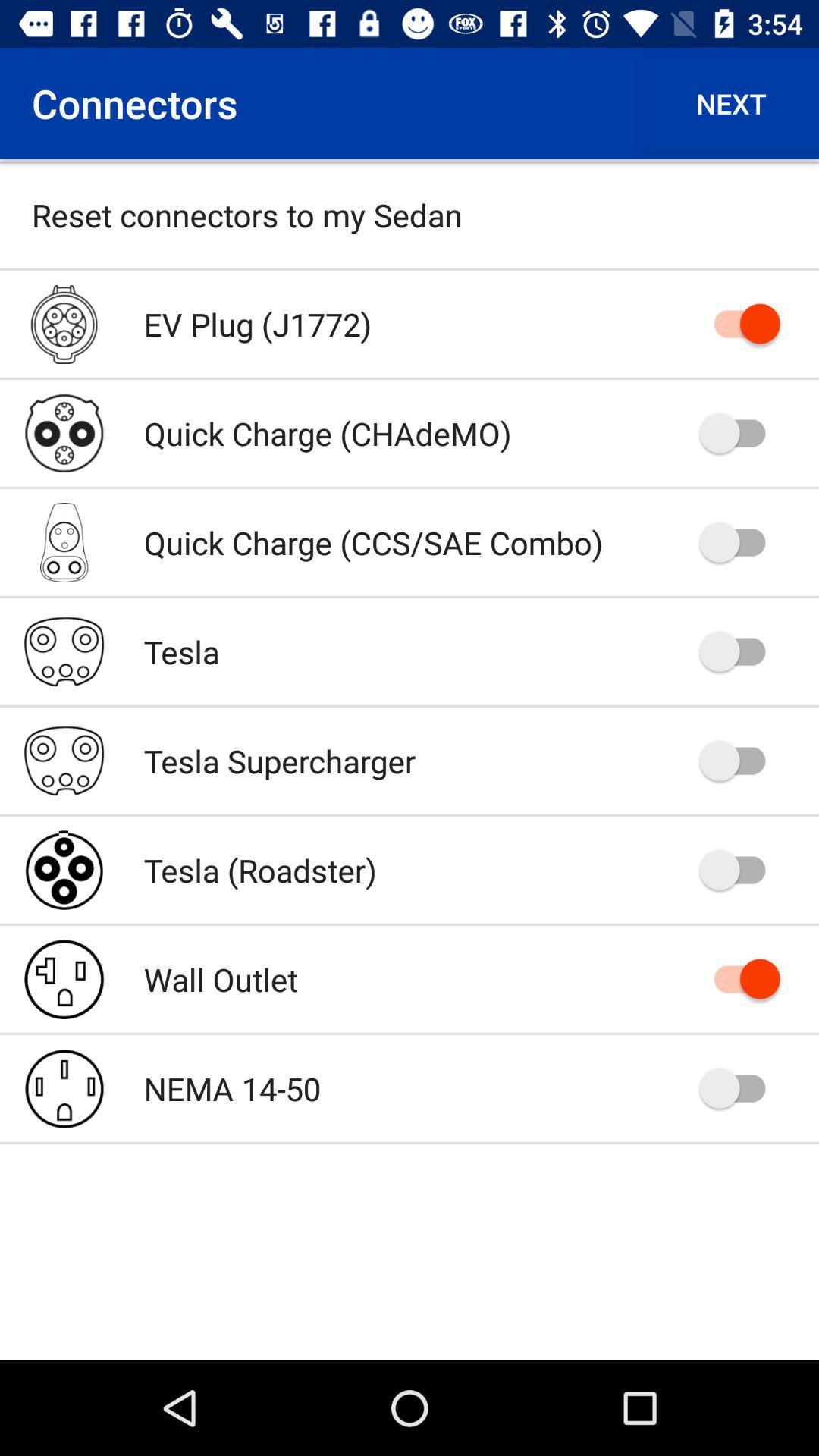 This screenshot has width=819, height=1456. Describe the element at coordinates (730, 102) in the screenshot. I see `next` at that location.